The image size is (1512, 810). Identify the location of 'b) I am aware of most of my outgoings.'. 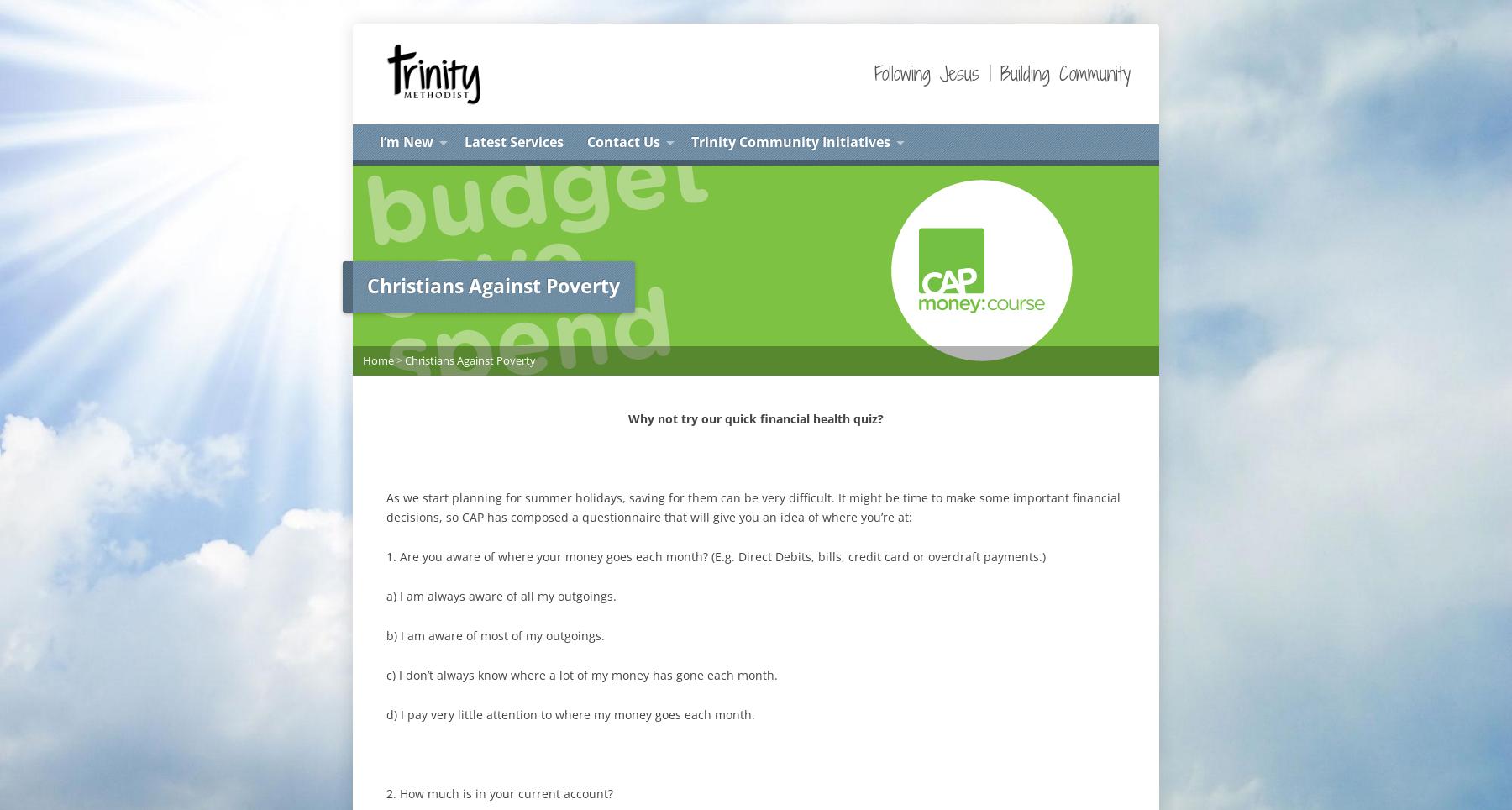
(496, 634).